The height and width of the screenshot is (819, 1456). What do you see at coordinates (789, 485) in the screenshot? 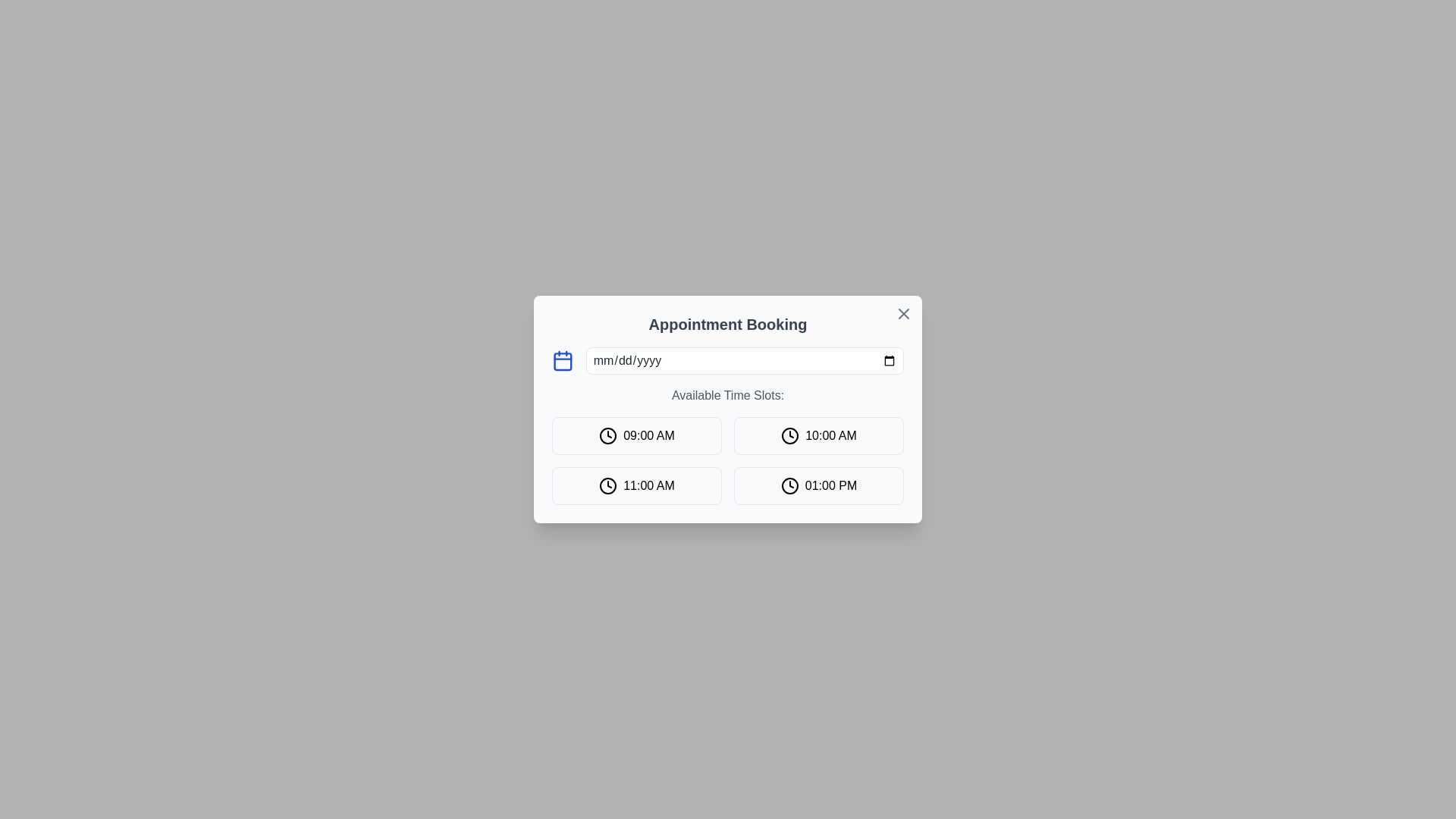
I see `the circular clock icon located next to the '01:00 PM' time slot in the bottom-right quadrant of the 'Appointment Booking' dialog box` at bounding box center [789, 485].